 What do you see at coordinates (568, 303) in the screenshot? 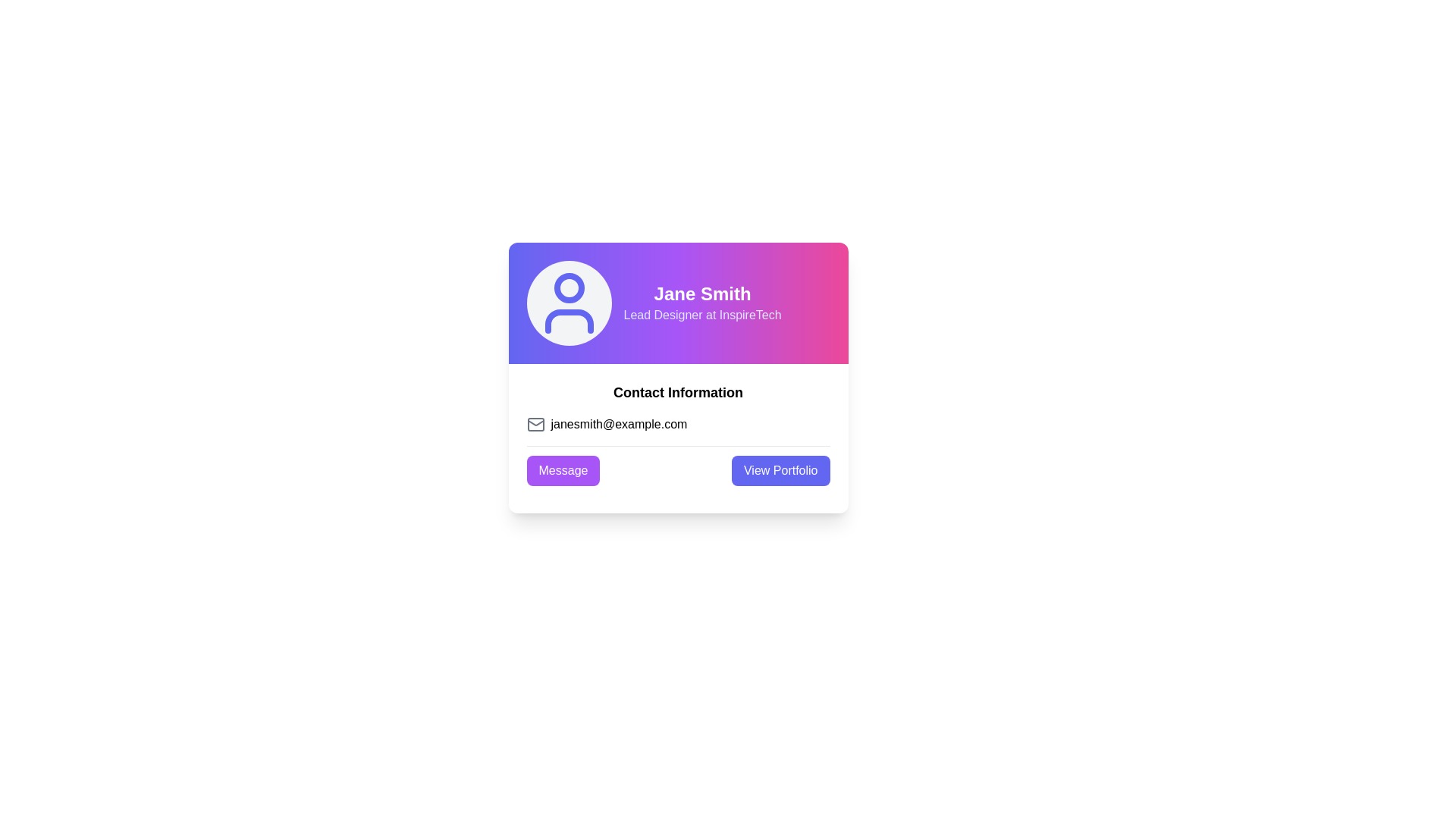
I see `the graphical icon representing the user or profile, which is centered within the gray circular area at the top-left of the rectangular card` at bounding box center [568, 303].